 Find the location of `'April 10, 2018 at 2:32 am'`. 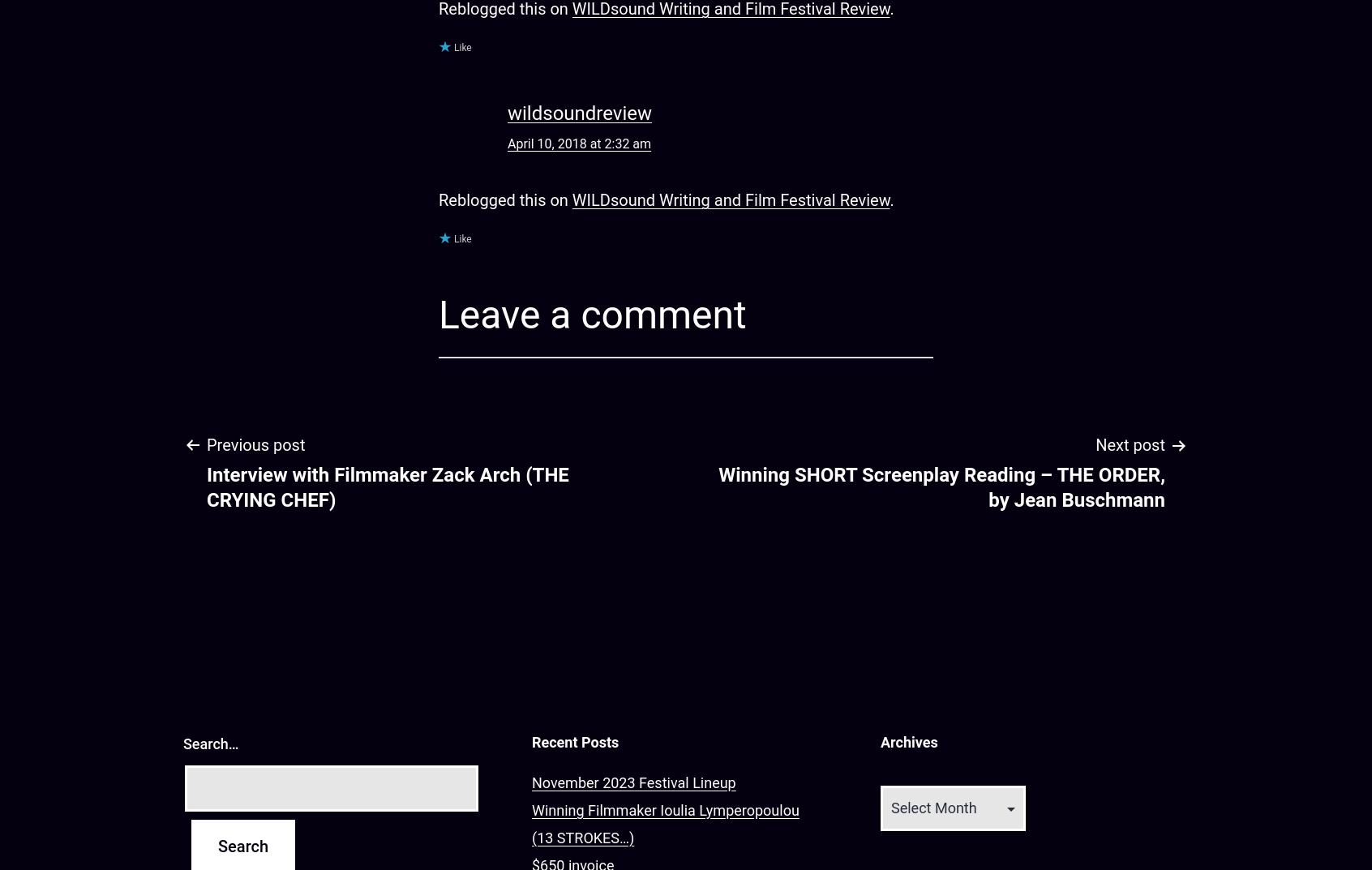

'April 10, 2018 at 2:32 am' is located at coordinates (578, 142).